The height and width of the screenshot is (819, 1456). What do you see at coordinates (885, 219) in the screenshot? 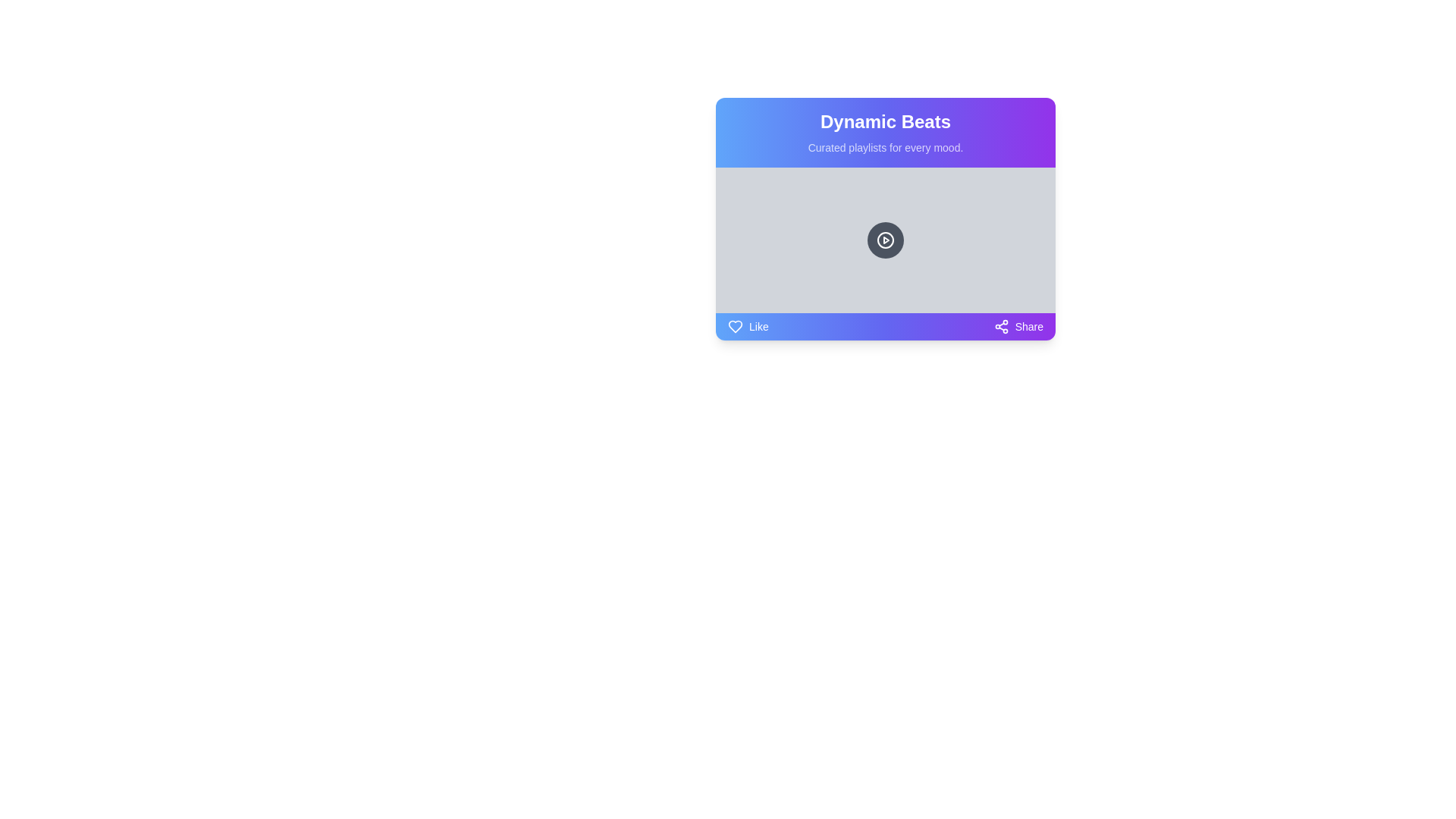
I see `the circular play button with a dark gray background and a triangular play icon, located in the center of the card beneath the 'Dynamic Beats' title and above the 'Like' and 'Share' buttons` at bounding box center [885, 219].